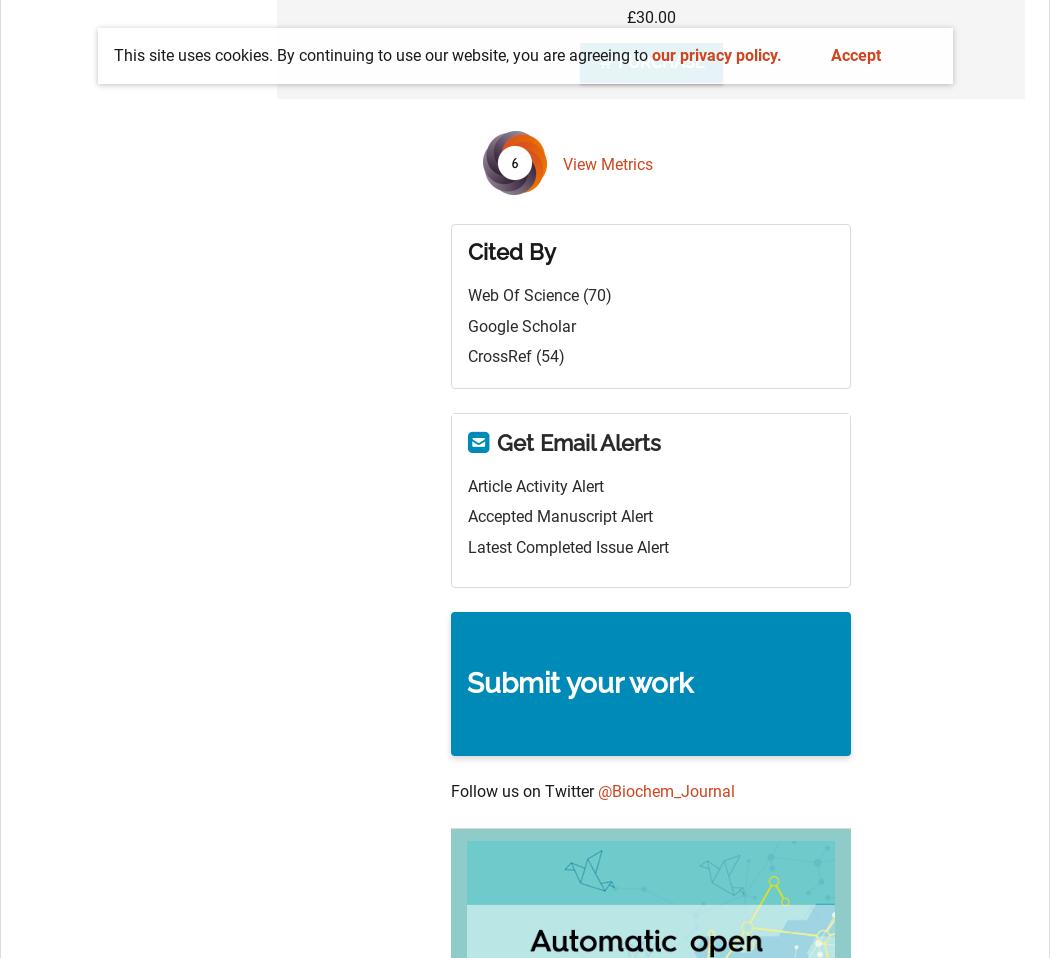 The height and width of the screenshot is (958, 1050). Describe the element at coordinates (560, 515) in the screenshot. I see `'Accepted Manuscript Alert'` at that location.